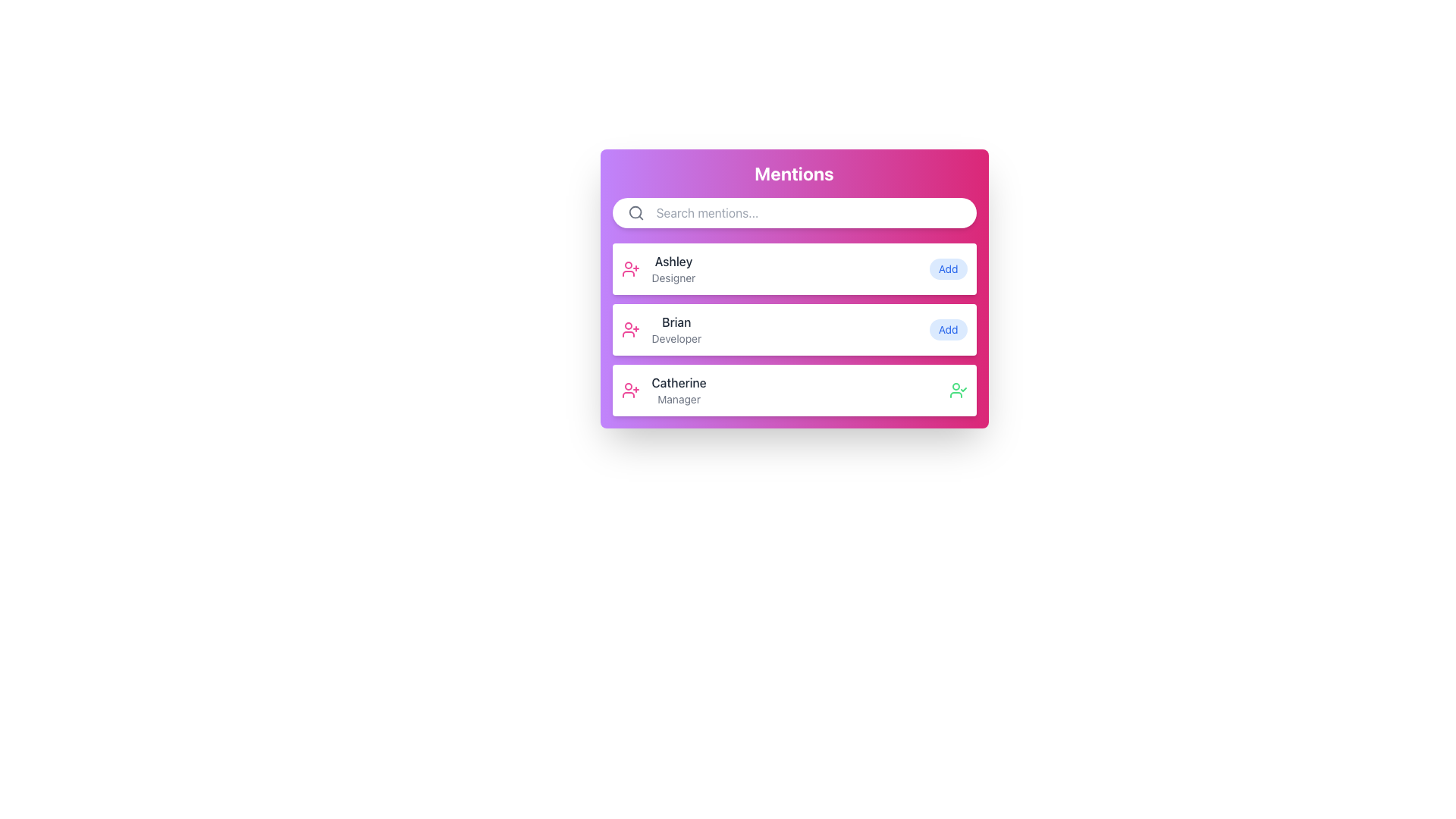  What do you see at coordinates (793, 178) in the screenshot?
I see `the prominent header text 'Mentions' styled in bold white font` at bounding box center [793, 178].